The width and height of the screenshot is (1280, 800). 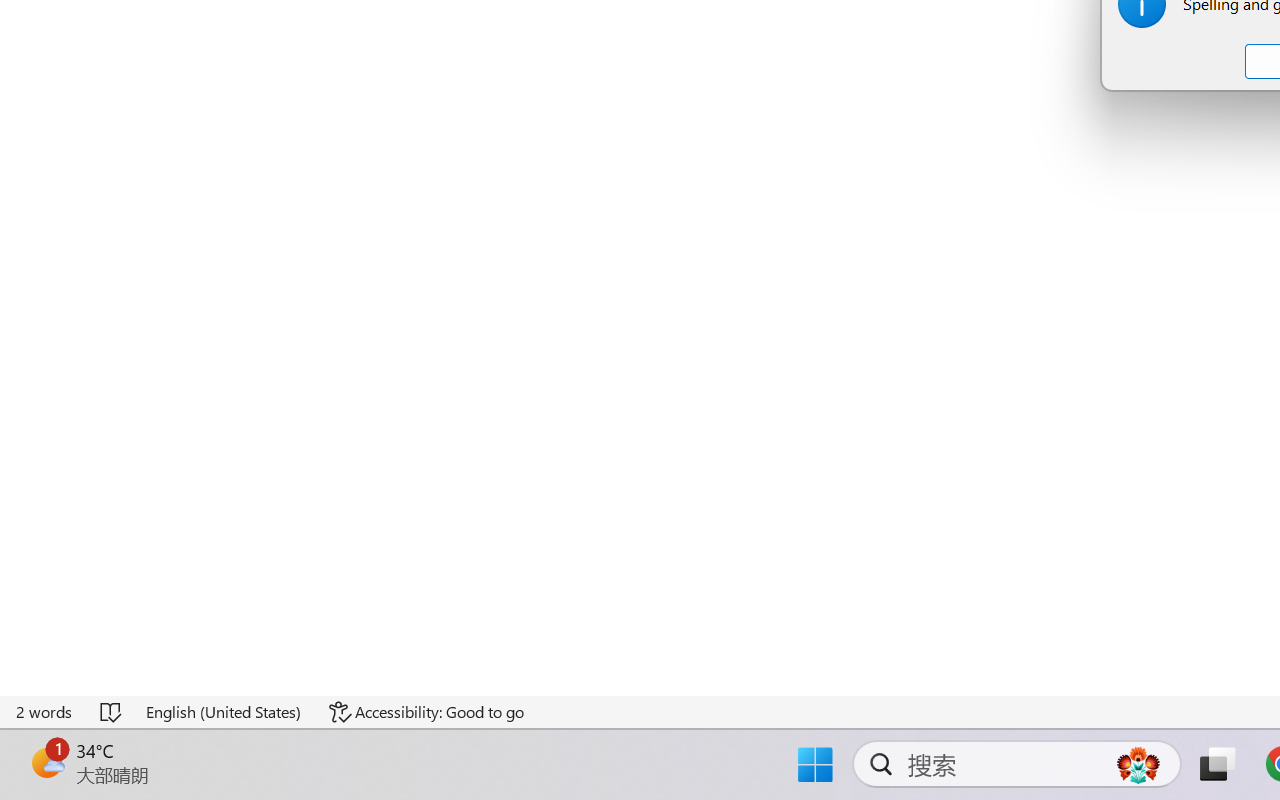 What do you see at coordinates (1138, 764) in the screenshot?
I see `'AutomationID: DynamicSearchBoxGleamImage'` at bounding box center [1138, 764].